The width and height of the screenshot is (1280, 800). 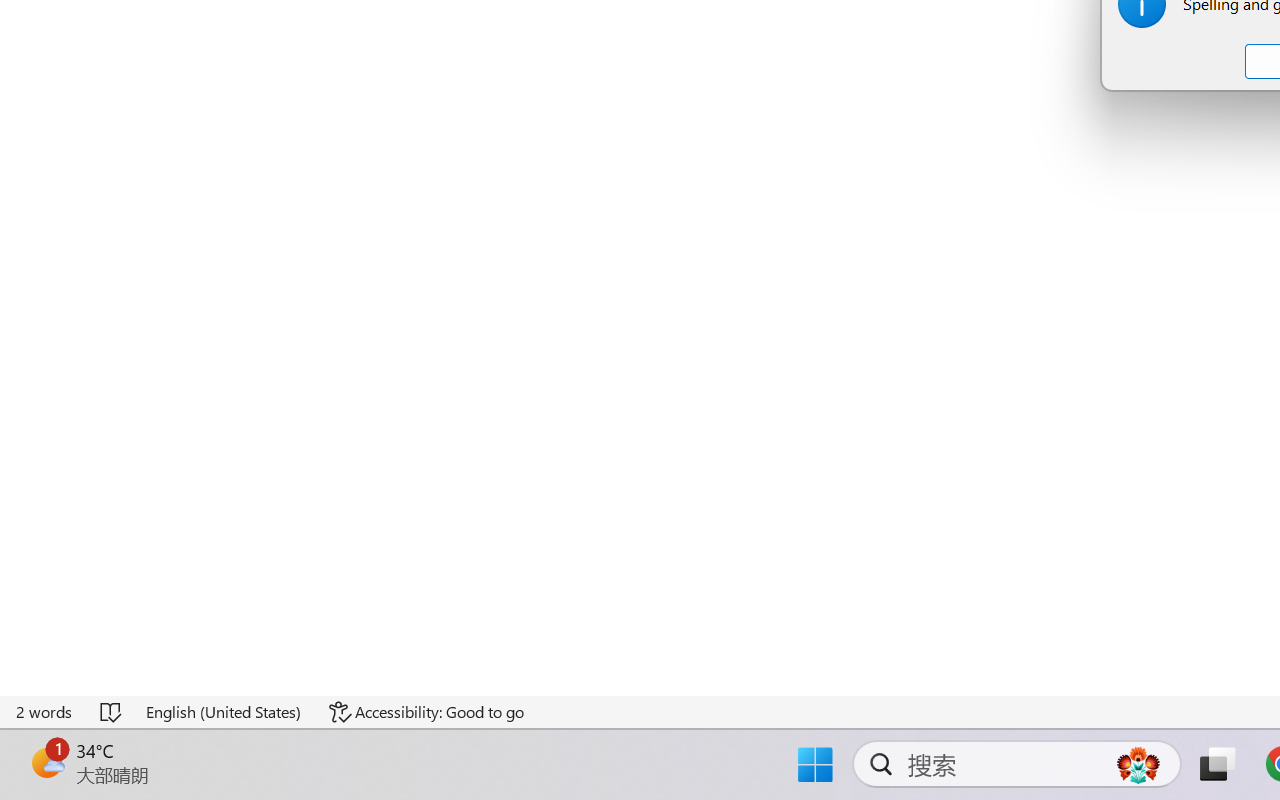 What do you see at coordinates (1138, 764) in the screenshot?
I see `'AutomationID: DynamicSearchBoxGleamImage'` at bounding box center [1138, 764].